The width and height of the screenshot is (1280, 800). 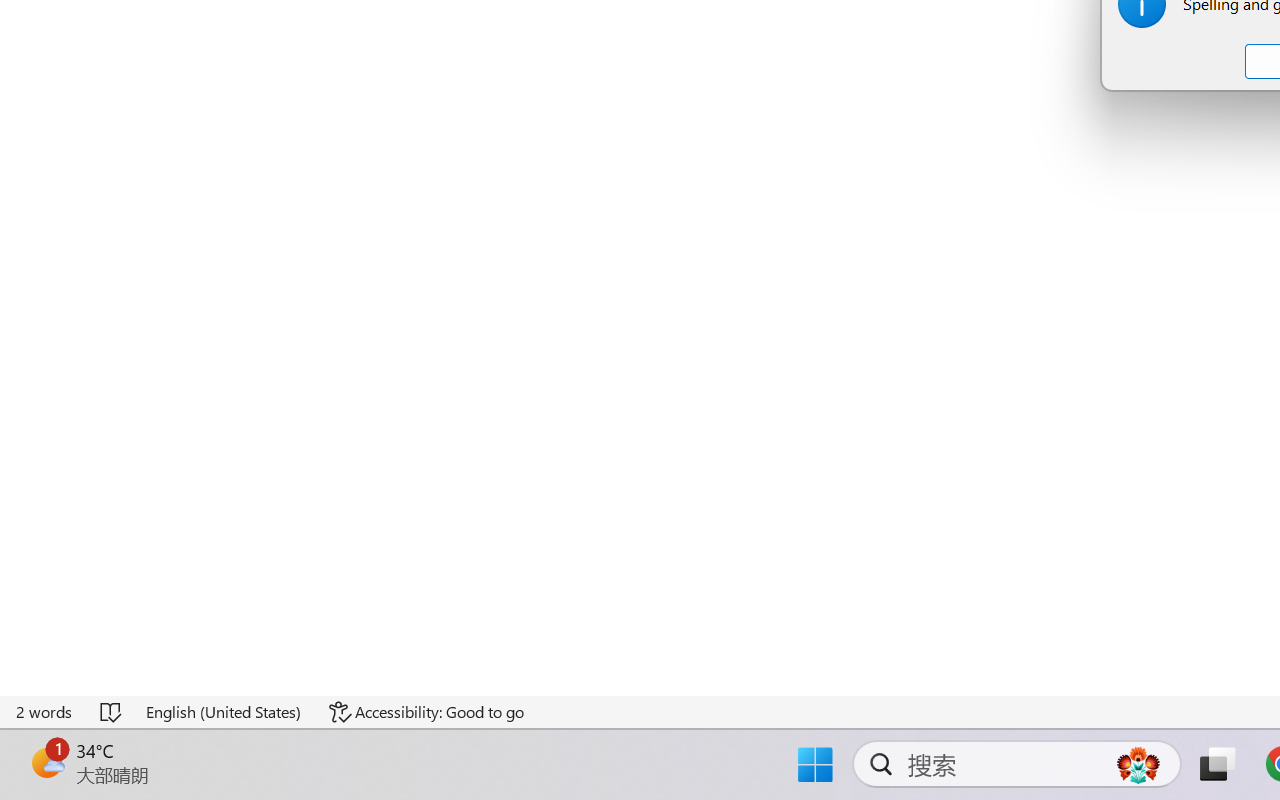 What do you see at coordinates (1138, 764) in the screenshot?
I see `'AutomationID: DynamicSearchBoxGleamImage'` at bounding box center [1138, 764].